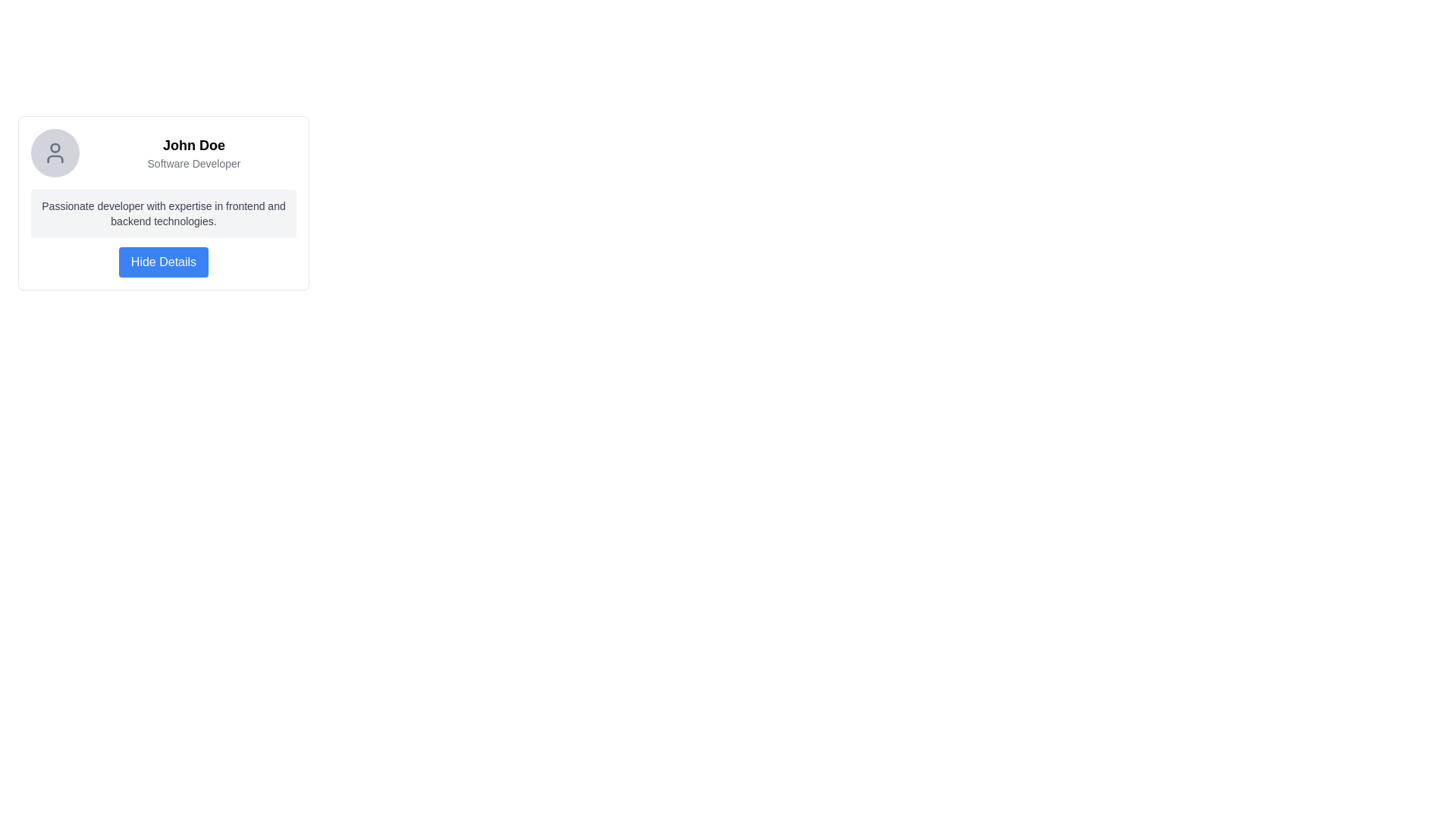 The image size is (1456, 819). I want to click on the user profile avatar icon, which is a circular icon with a gray background and a user silhouette, located to the left of the text 'John Doe', so click(55, 152).